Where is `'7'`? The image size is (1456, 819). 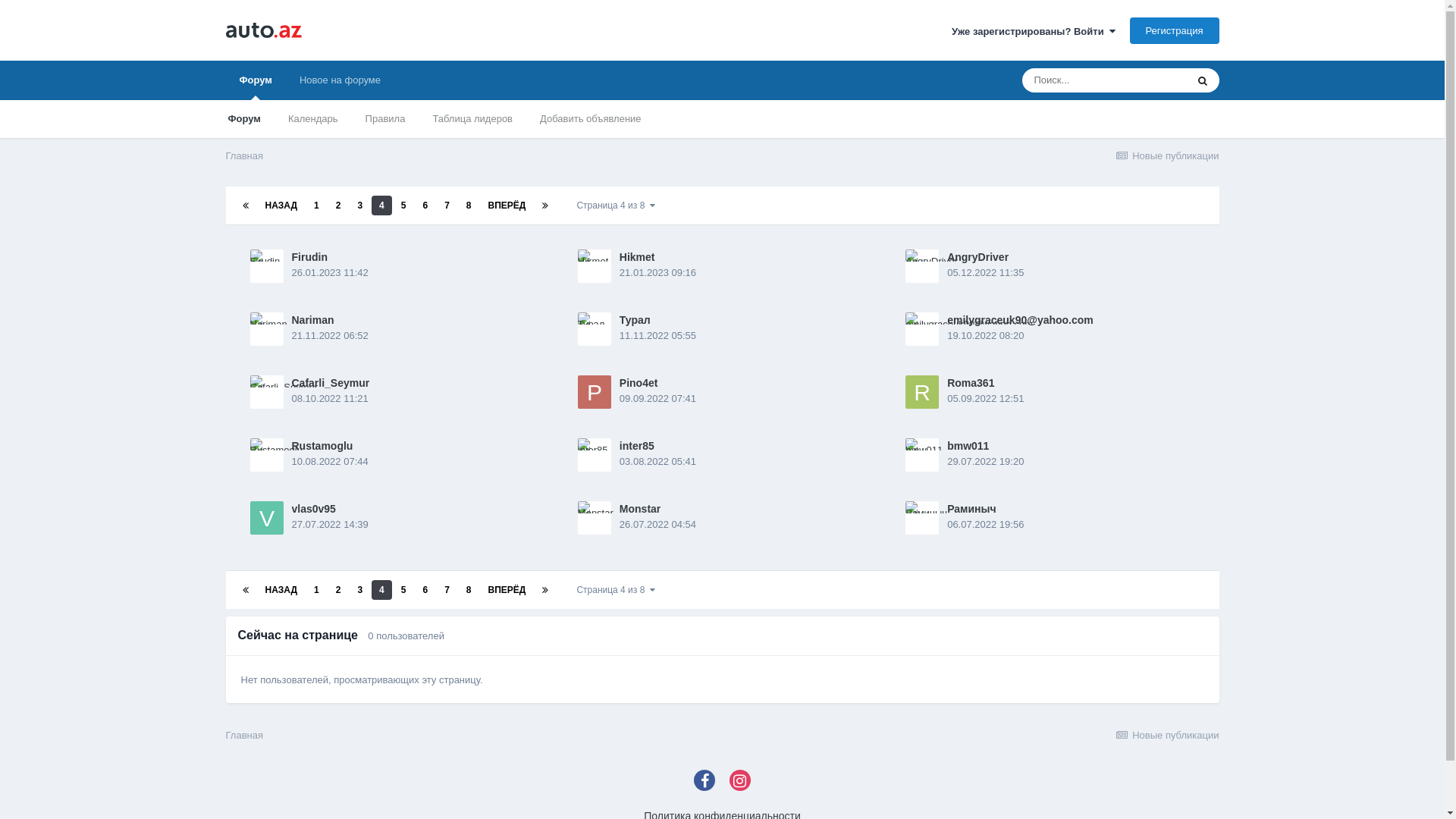 '7' is located at coordinates (446, 205).